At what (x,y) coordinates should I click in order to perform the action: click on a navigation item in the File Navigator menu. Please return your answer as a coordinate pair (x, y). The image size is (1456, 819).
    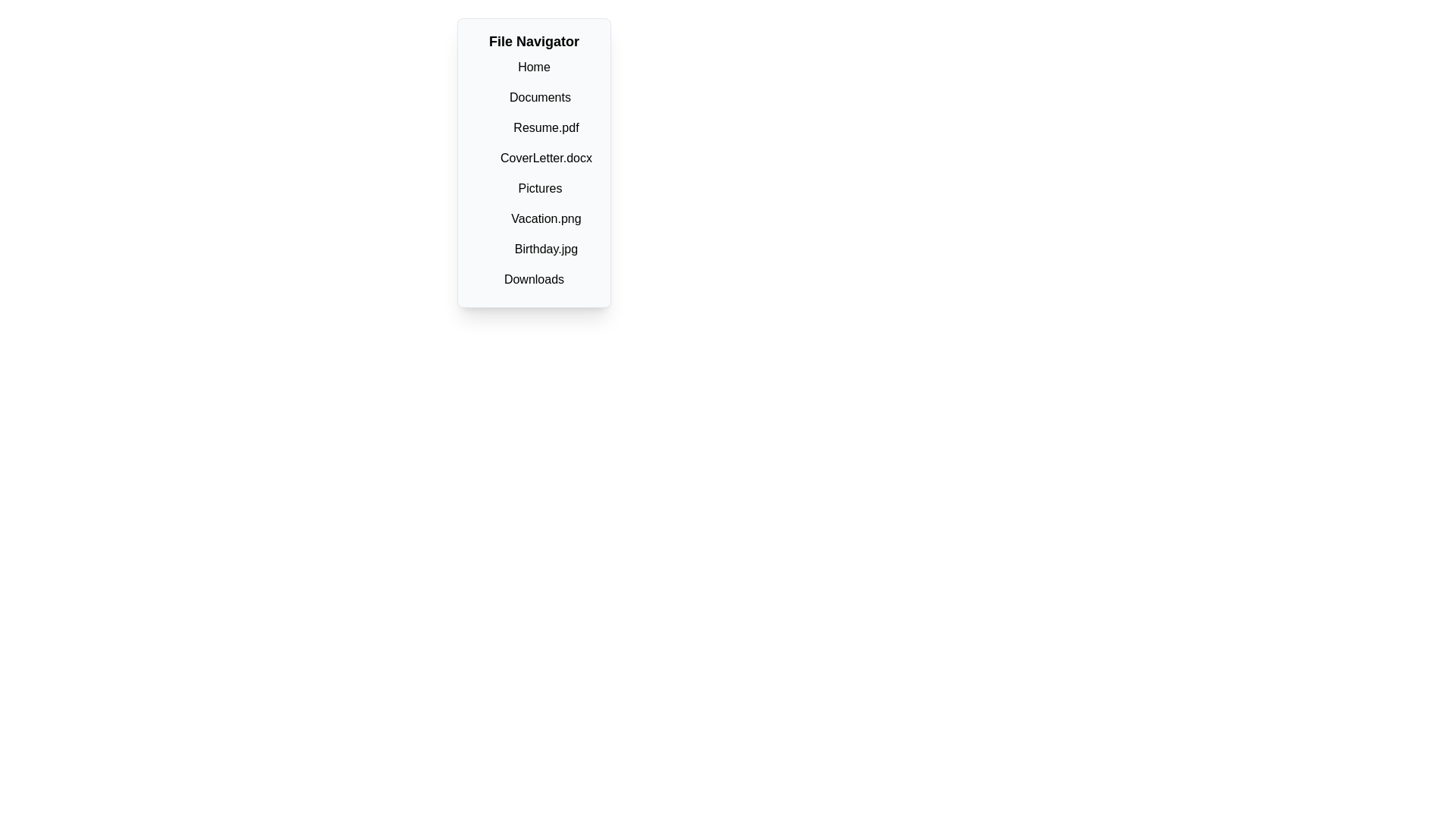
    Looking at the image, I should click on (534, 172).